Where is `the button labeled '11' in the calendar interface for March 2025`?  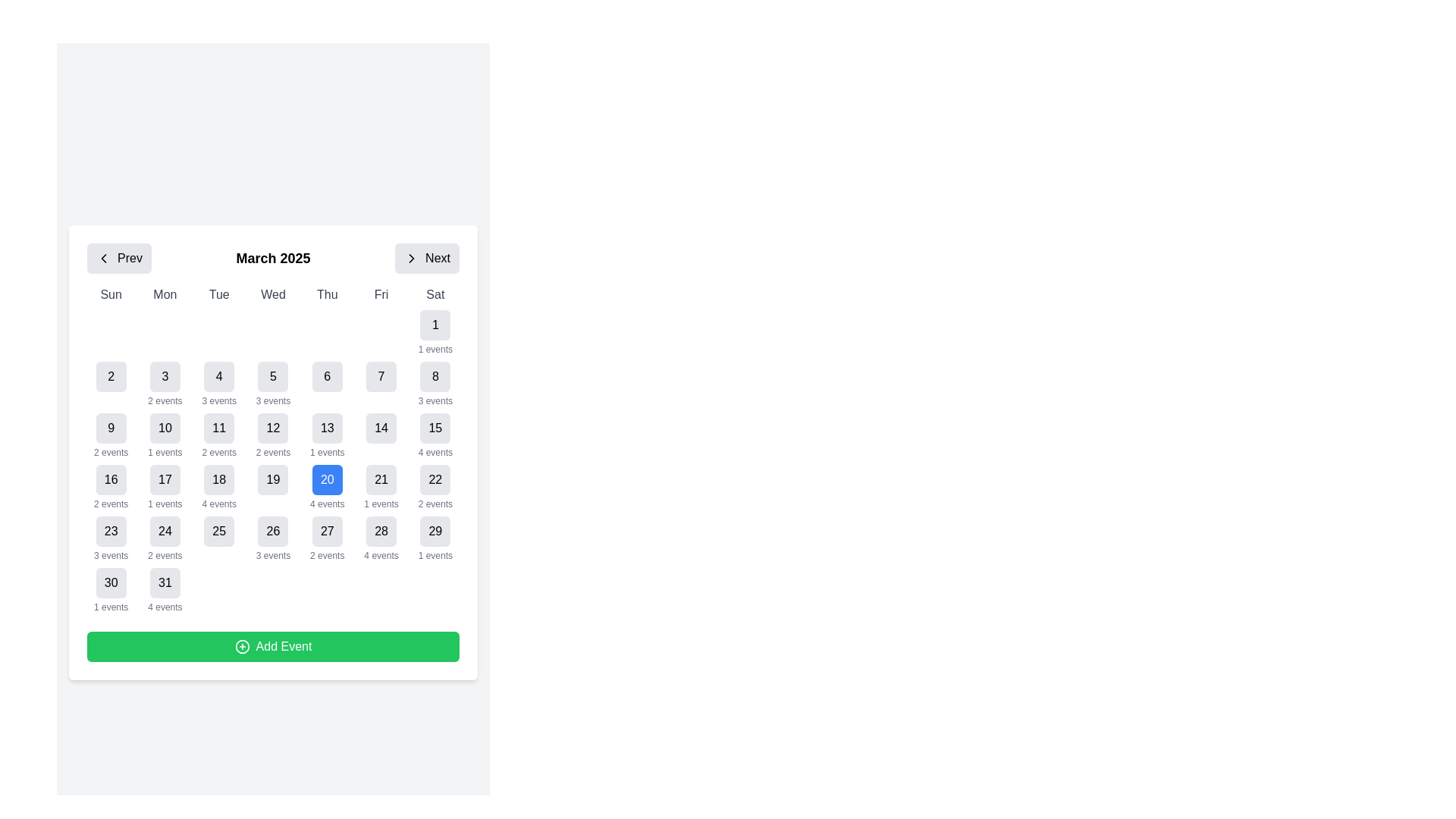
the button labeled '11' in the calendar interface for March 2025 is located at coordinates (218, 428).